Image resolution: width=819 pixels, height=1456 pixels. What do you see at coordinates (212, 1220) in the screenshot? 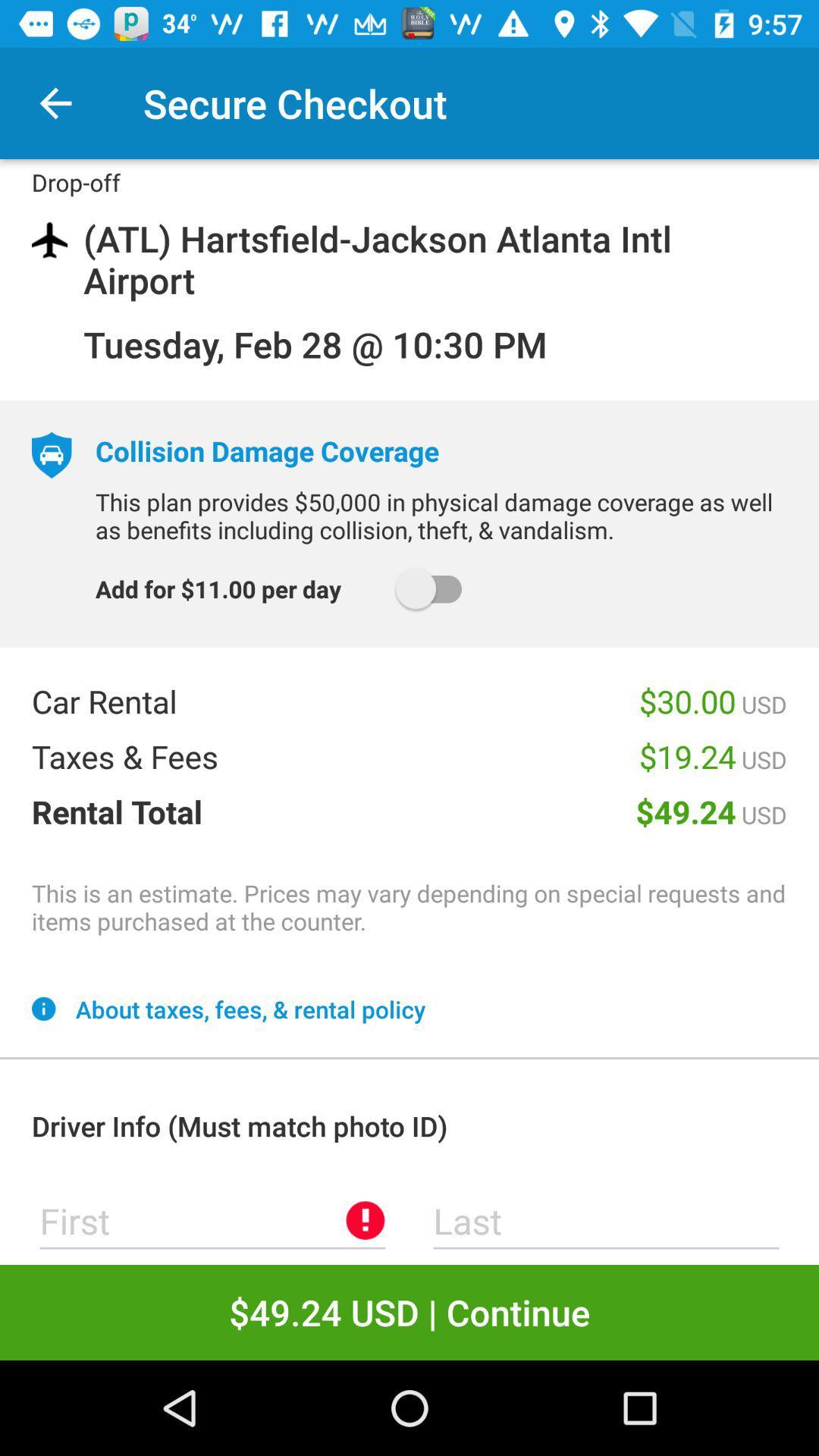
I see `first name` at bounding box center [212, 1220].